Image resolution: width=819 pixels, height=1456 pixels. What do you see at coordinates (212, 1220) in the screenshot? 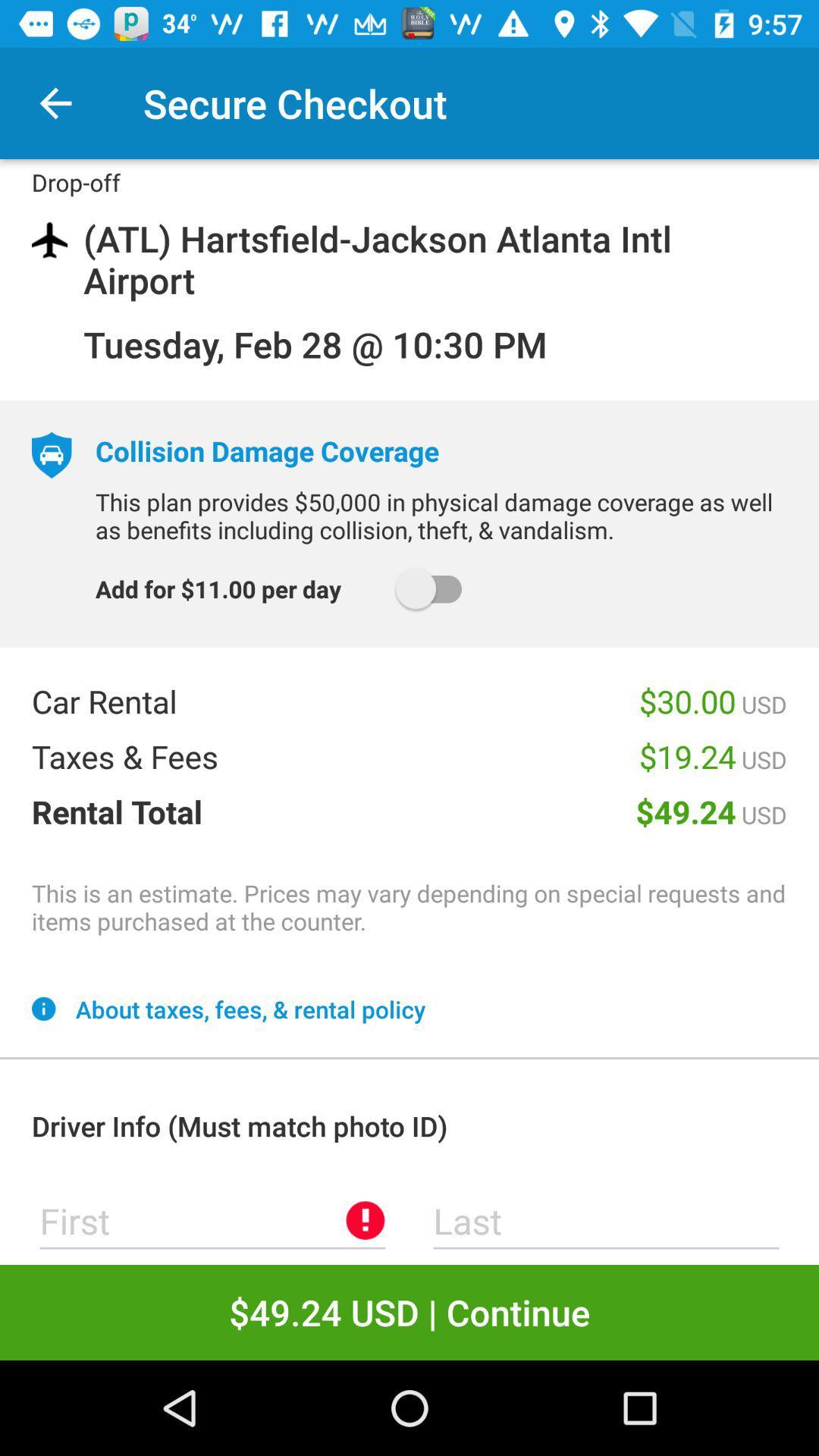
I see `first name` at bounding box center [212, 1220].